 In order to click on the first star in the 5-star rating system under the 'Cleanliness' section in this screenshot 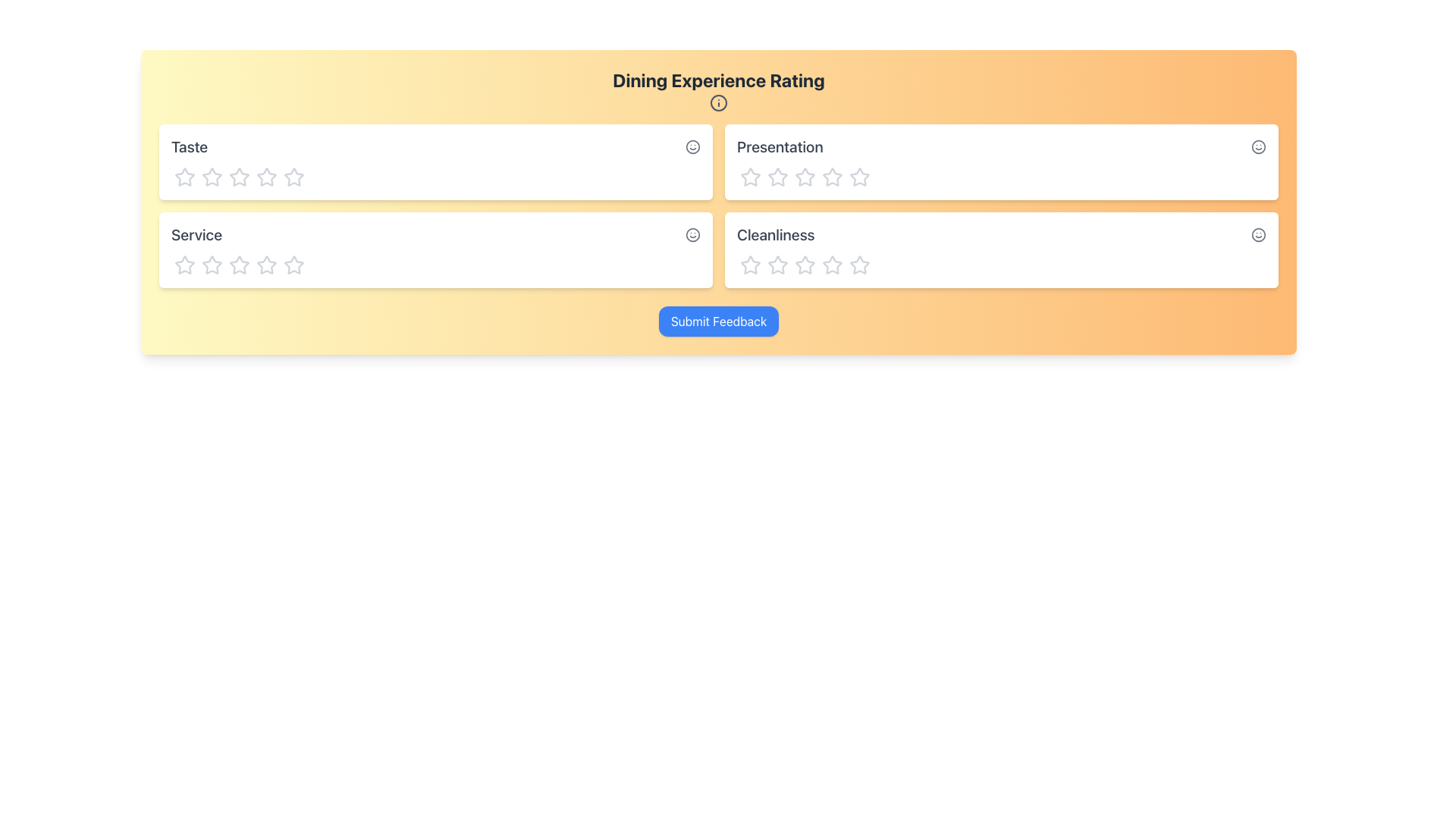, I will do `click(750, 263)`.